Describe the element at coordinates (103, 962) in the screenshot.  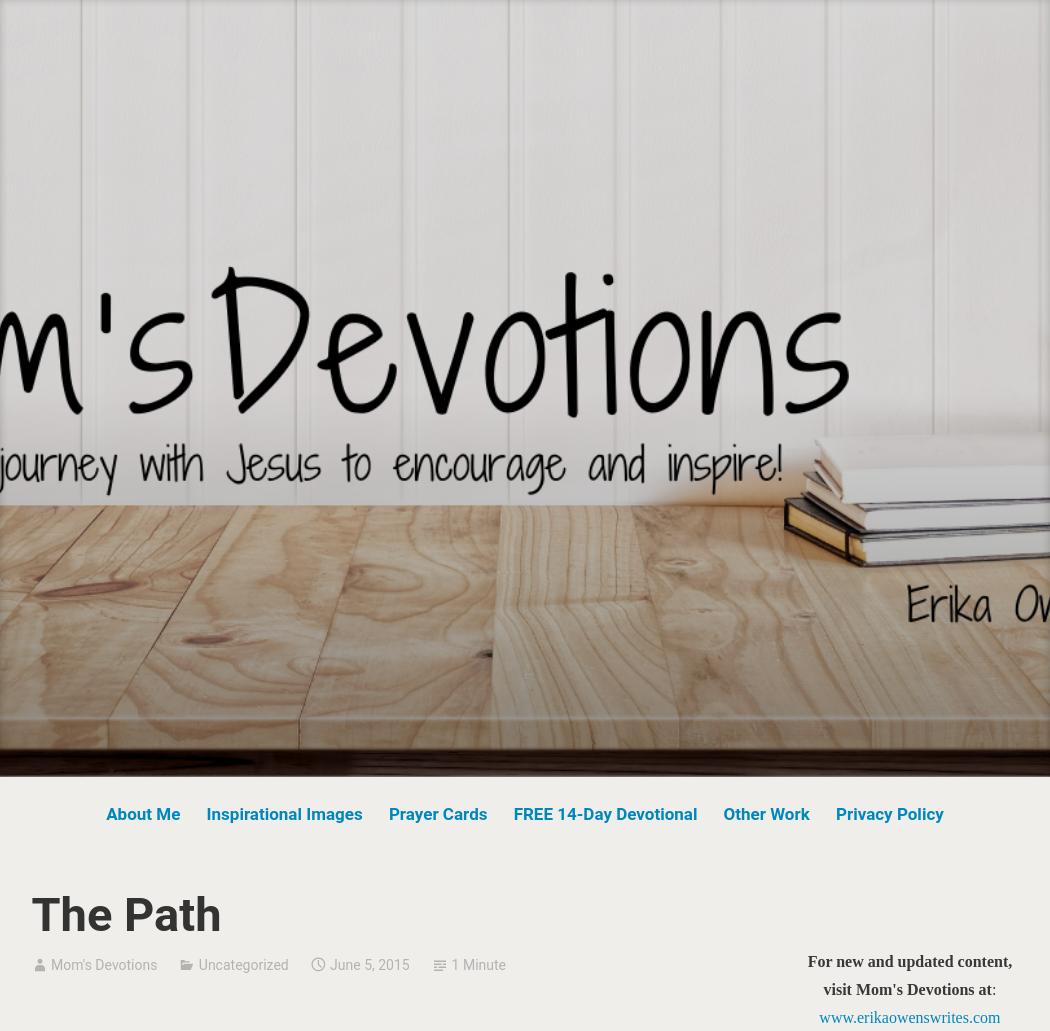
I see `'Mom's Devotions'` at that location.